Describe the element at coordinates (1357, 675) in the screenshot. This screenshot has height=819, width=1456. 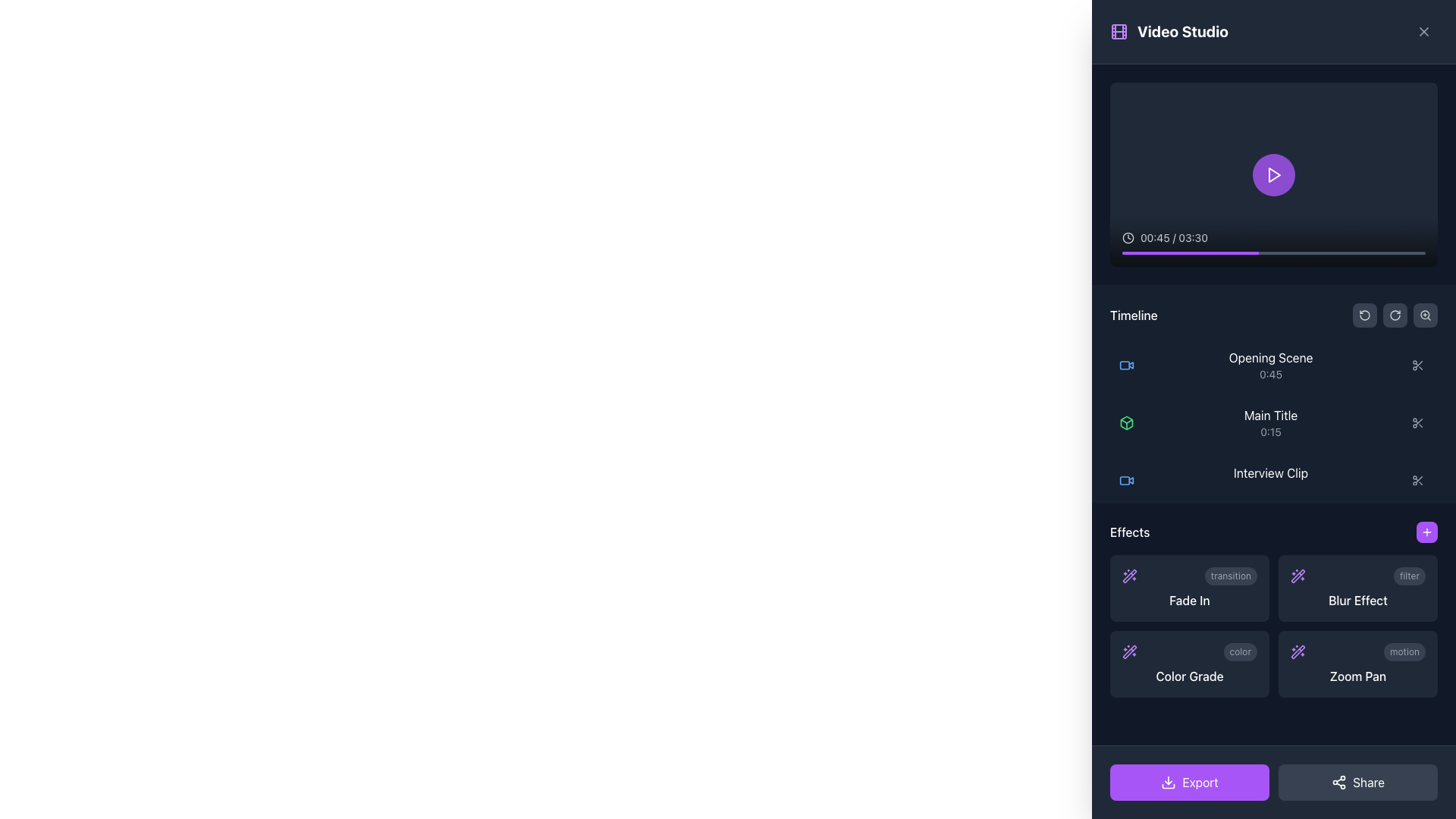
I see `the 'Zoom Pan' text label, which is styled in white font on a dark background, located in the bottom-right corner of the 'Effects' grid layout` at that location.